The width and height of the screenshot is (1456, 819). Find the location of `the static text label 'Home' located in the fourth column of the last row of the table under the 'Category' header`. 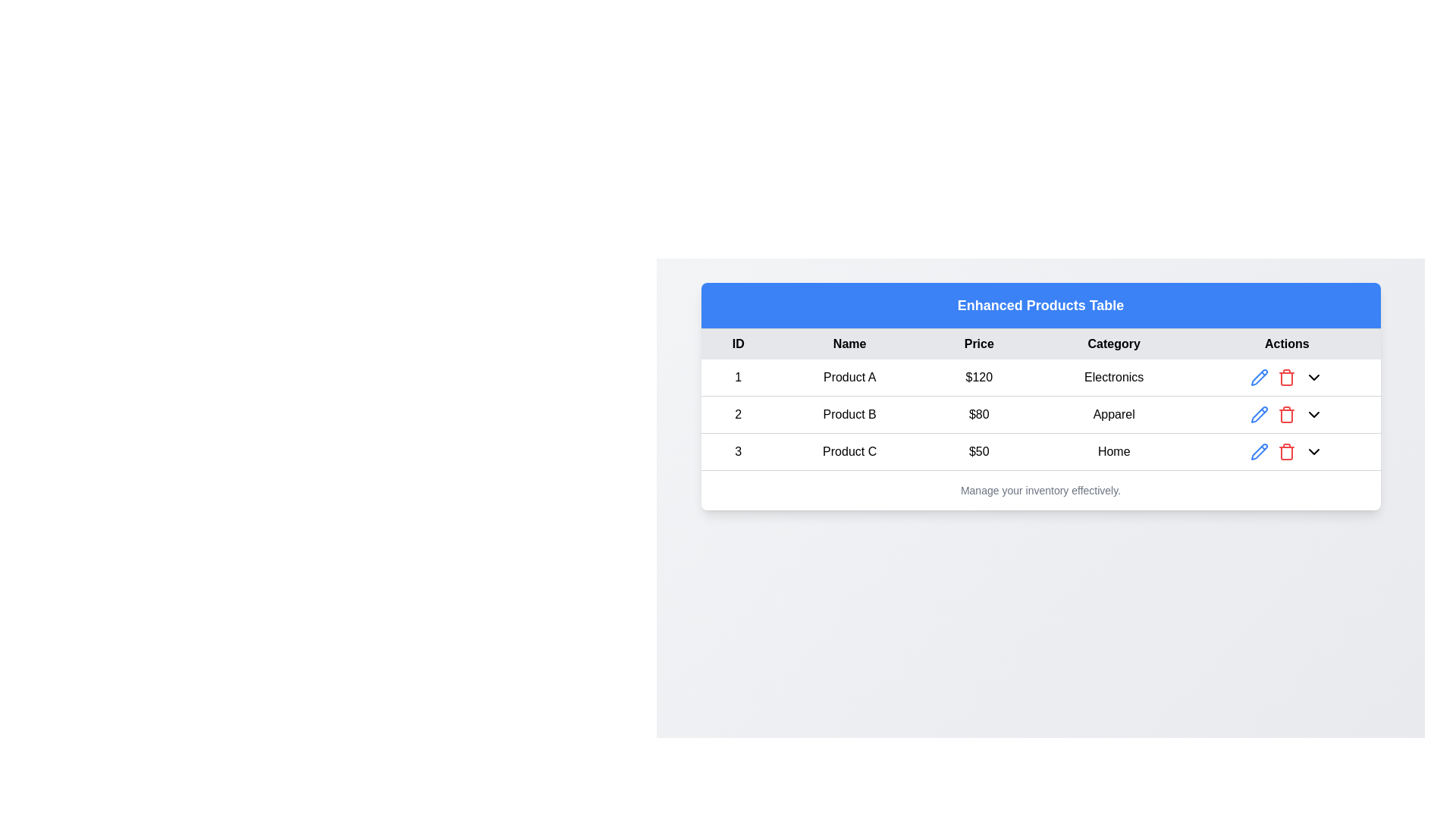

the static text label 'Home' located in the fourth column of the last row of the table under the 'Category' header is located at coordinates (1114, 451).